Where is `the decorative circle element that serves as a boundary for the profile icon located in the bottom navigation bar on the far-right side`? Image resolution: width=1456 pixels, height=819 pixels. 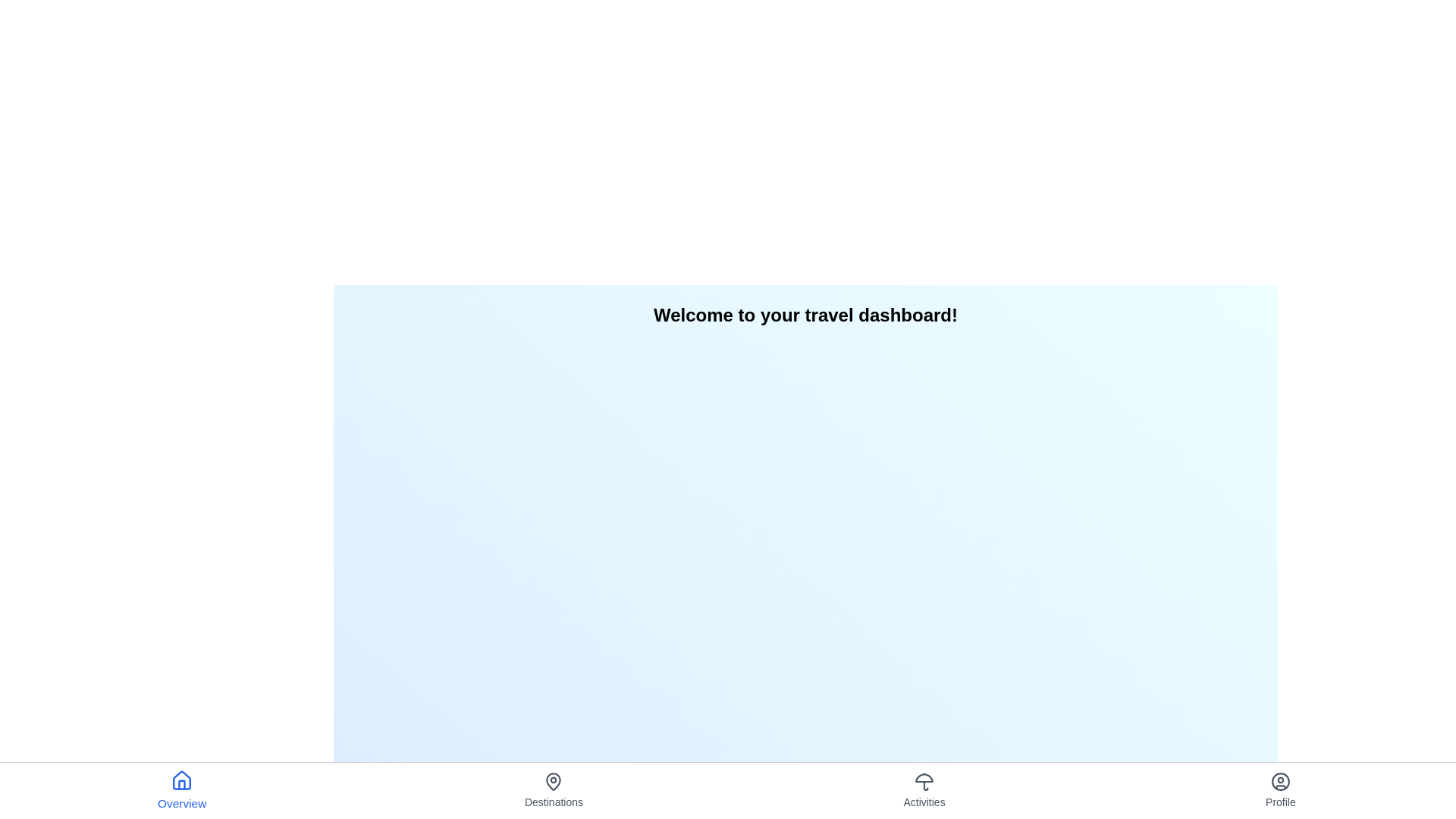
the decorative circle element that serves as a boundary for the profile icon located in the bottom navigation bar on the far-right side is located at coordinates (1279, 781).